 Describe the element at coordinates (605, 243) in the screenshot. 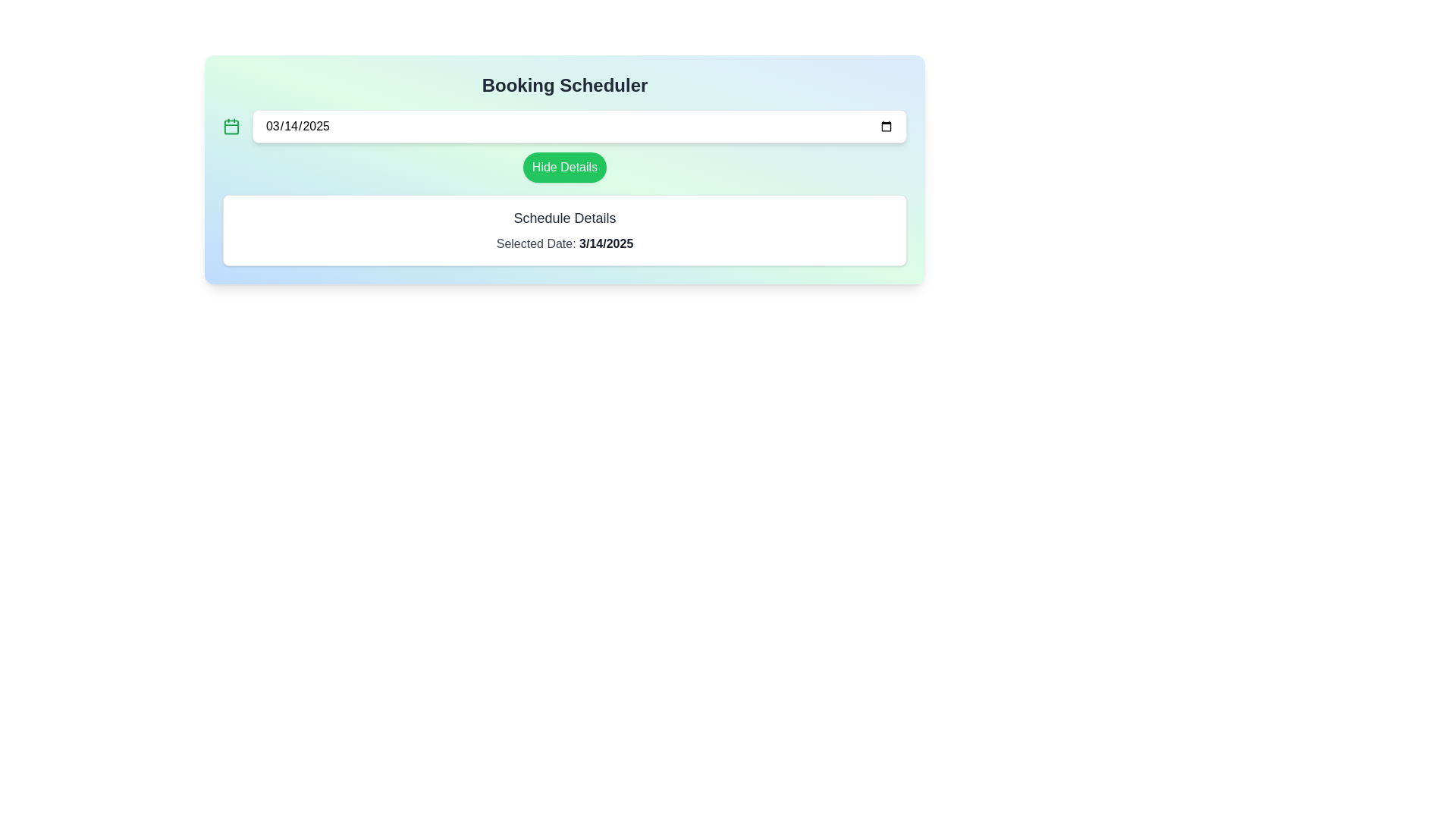

I see `displayed date from the Text Display element located in the 'Schedule Details' section, which shows the current date selection` at that location.